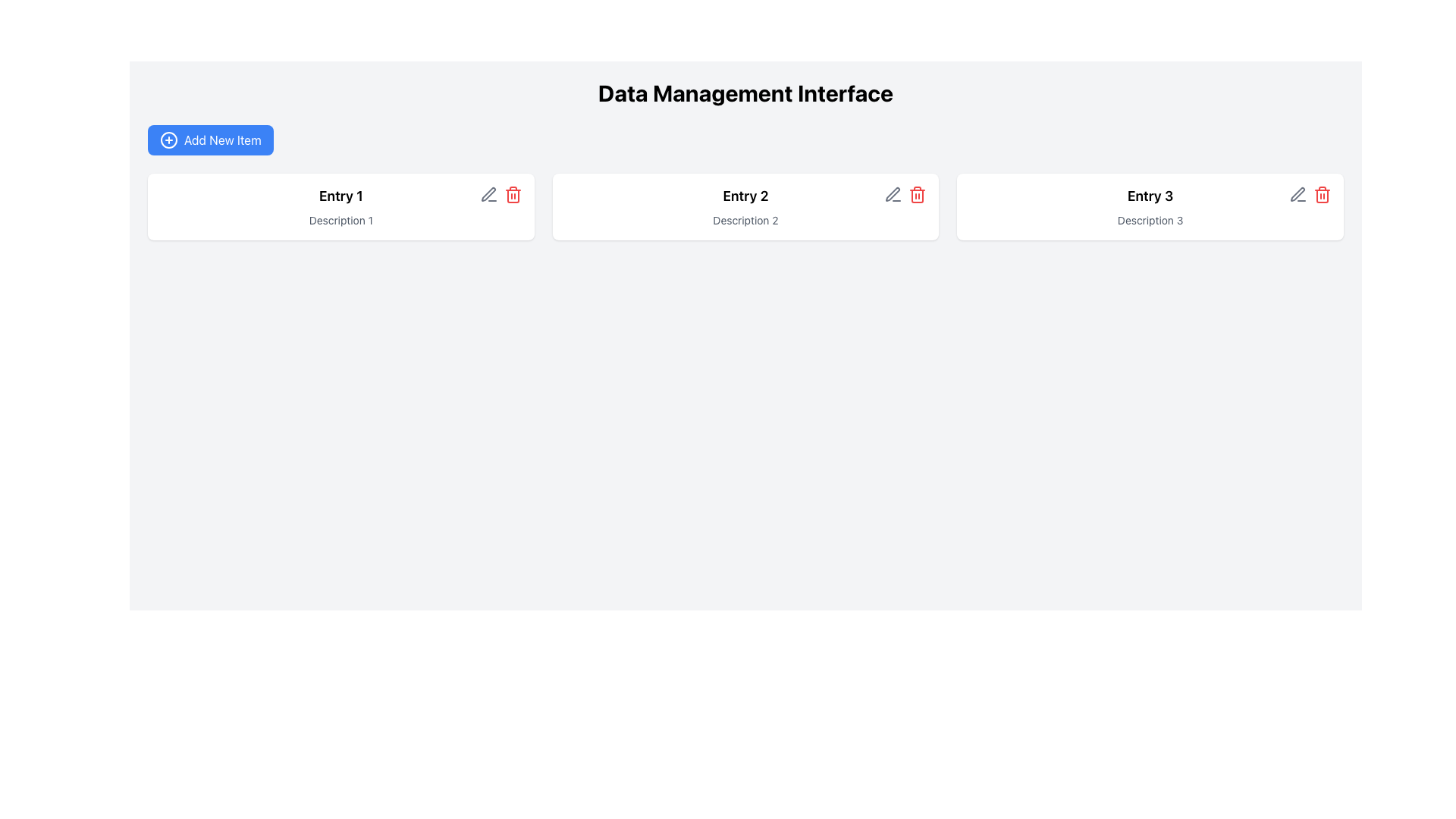 The height and width of the screenshot is (819, 1456). What do you see at coordinates (340, 220) in the screenshot?
I see `the static text label located below the title 'Entry 1' in the first card on the left of the horizontally aligned list of cards` at bounding box center [340, 220].